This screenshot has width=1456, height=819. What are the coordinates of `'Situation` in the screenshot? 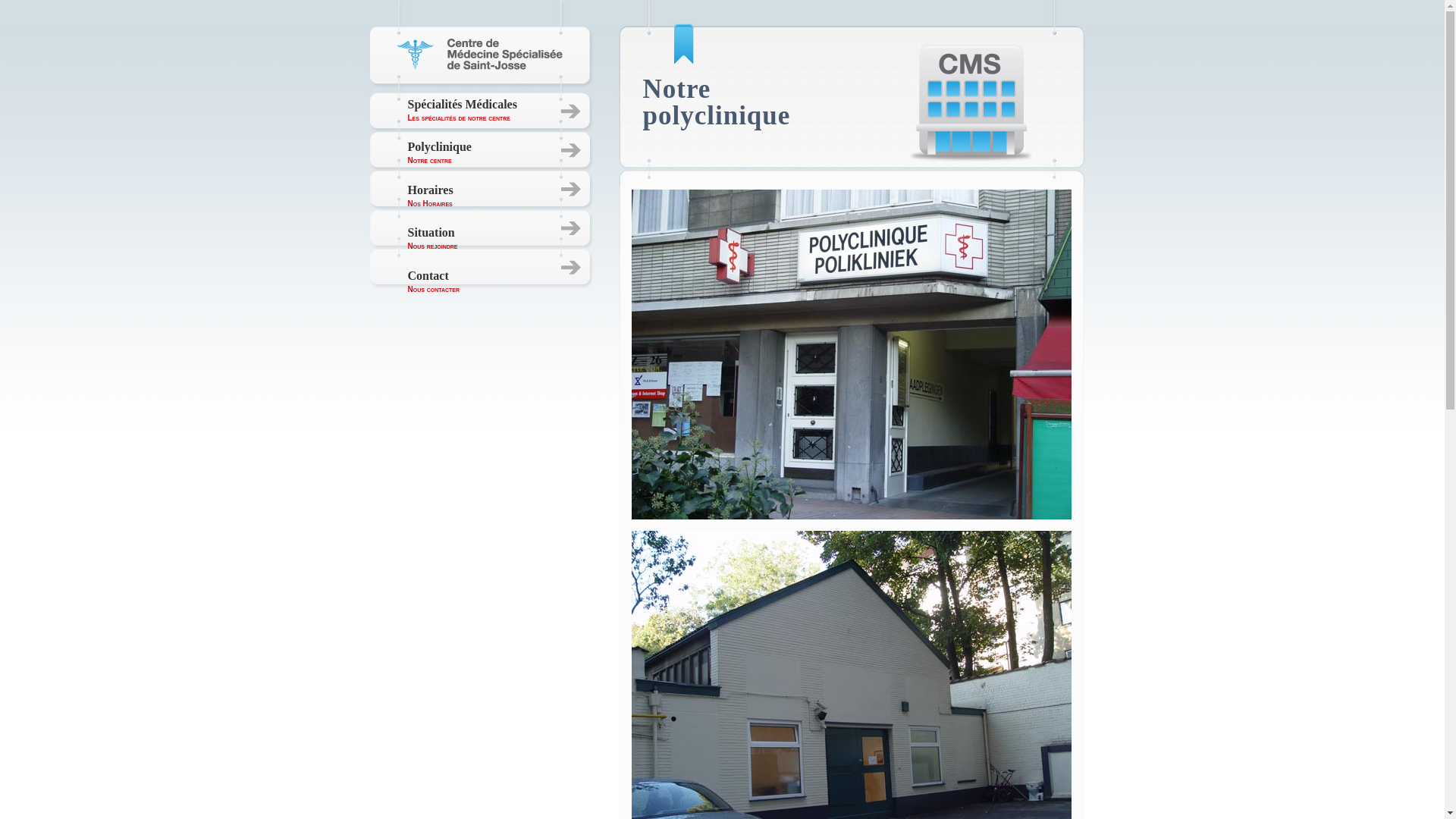 It's located at (432, 238).